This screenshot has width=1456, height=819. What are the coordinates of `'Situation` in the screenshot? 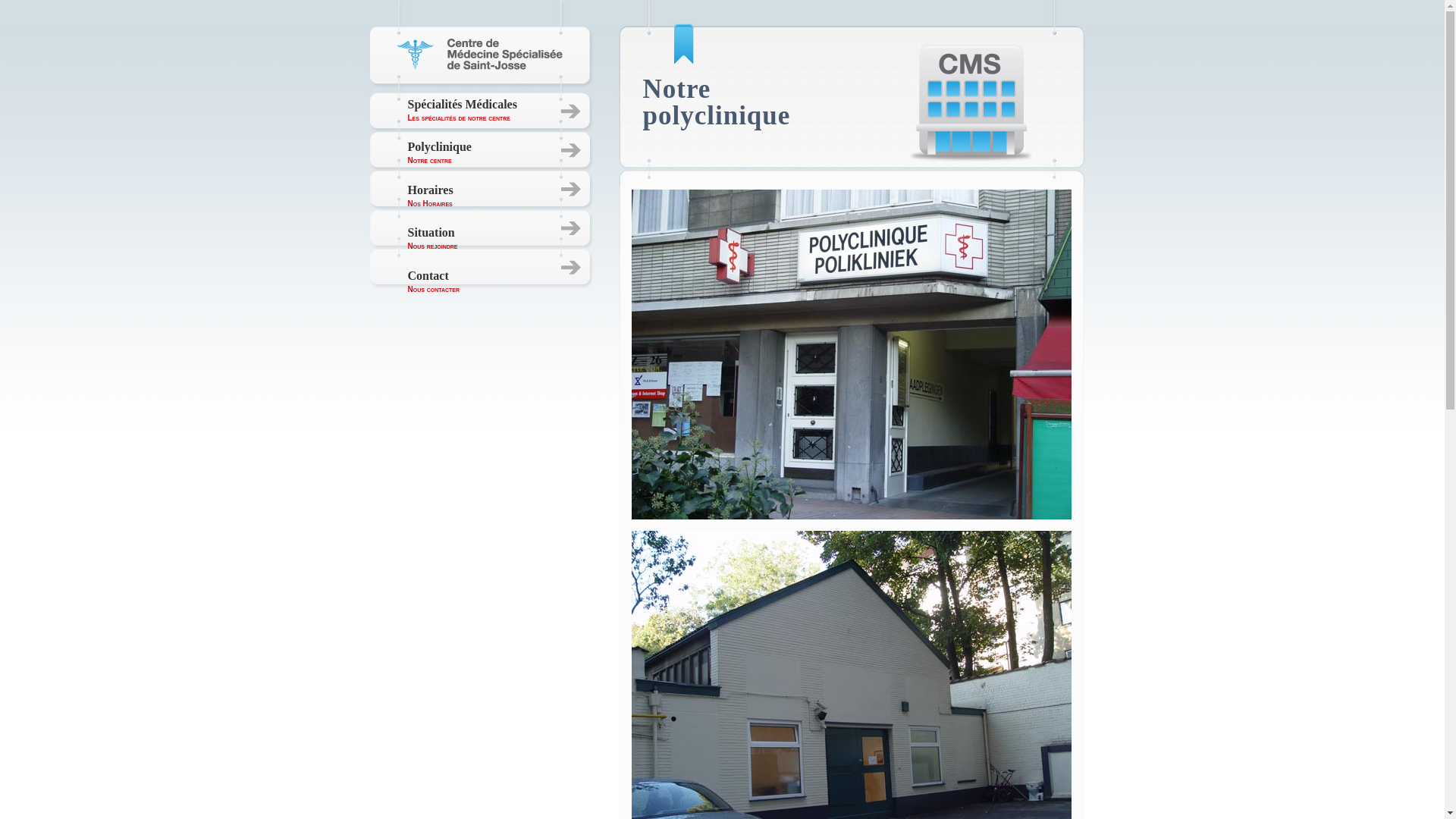 It's located at (432, 238).